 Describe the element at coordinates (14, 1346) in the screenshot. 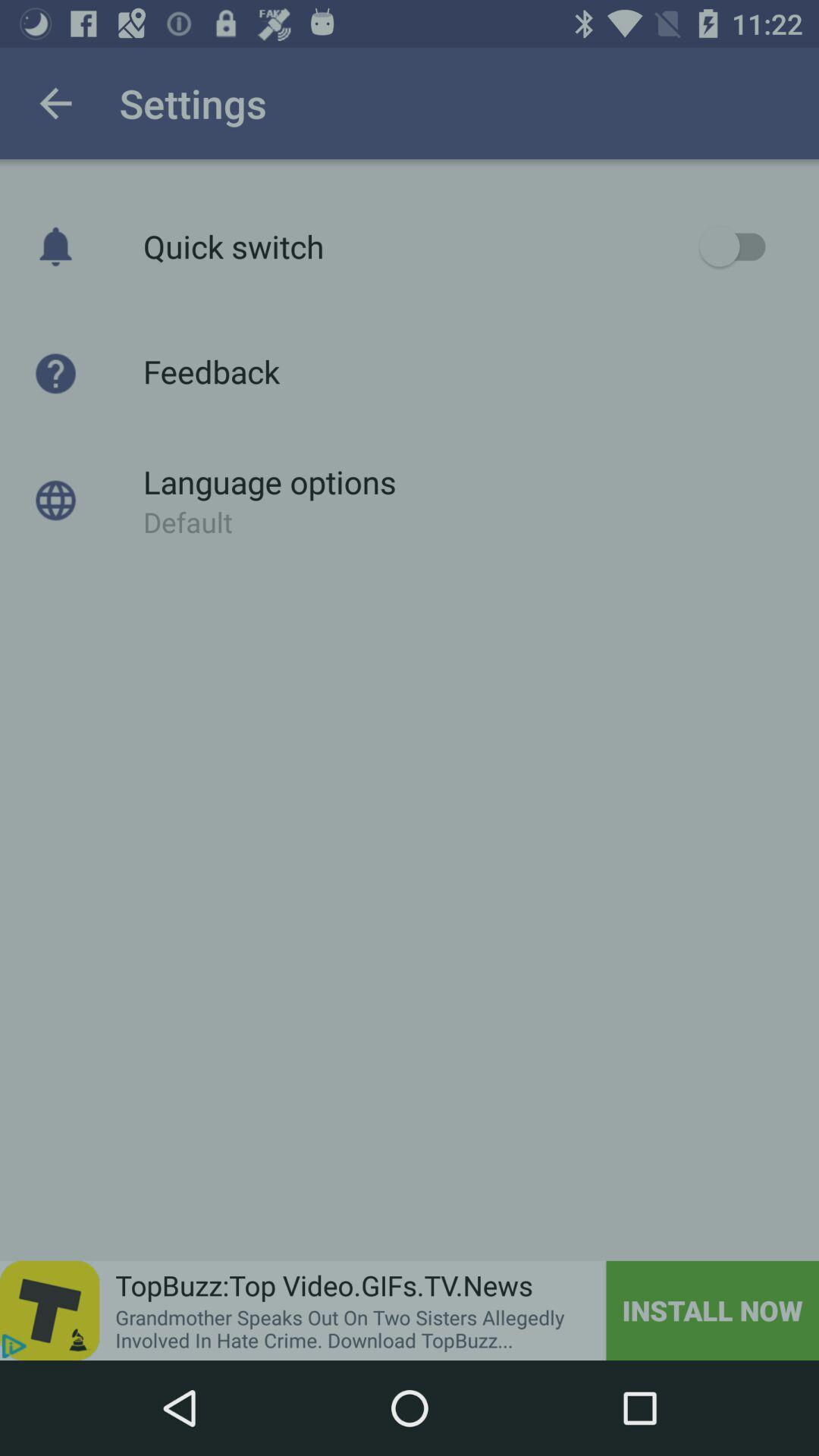

I see `the play icon` at that location.